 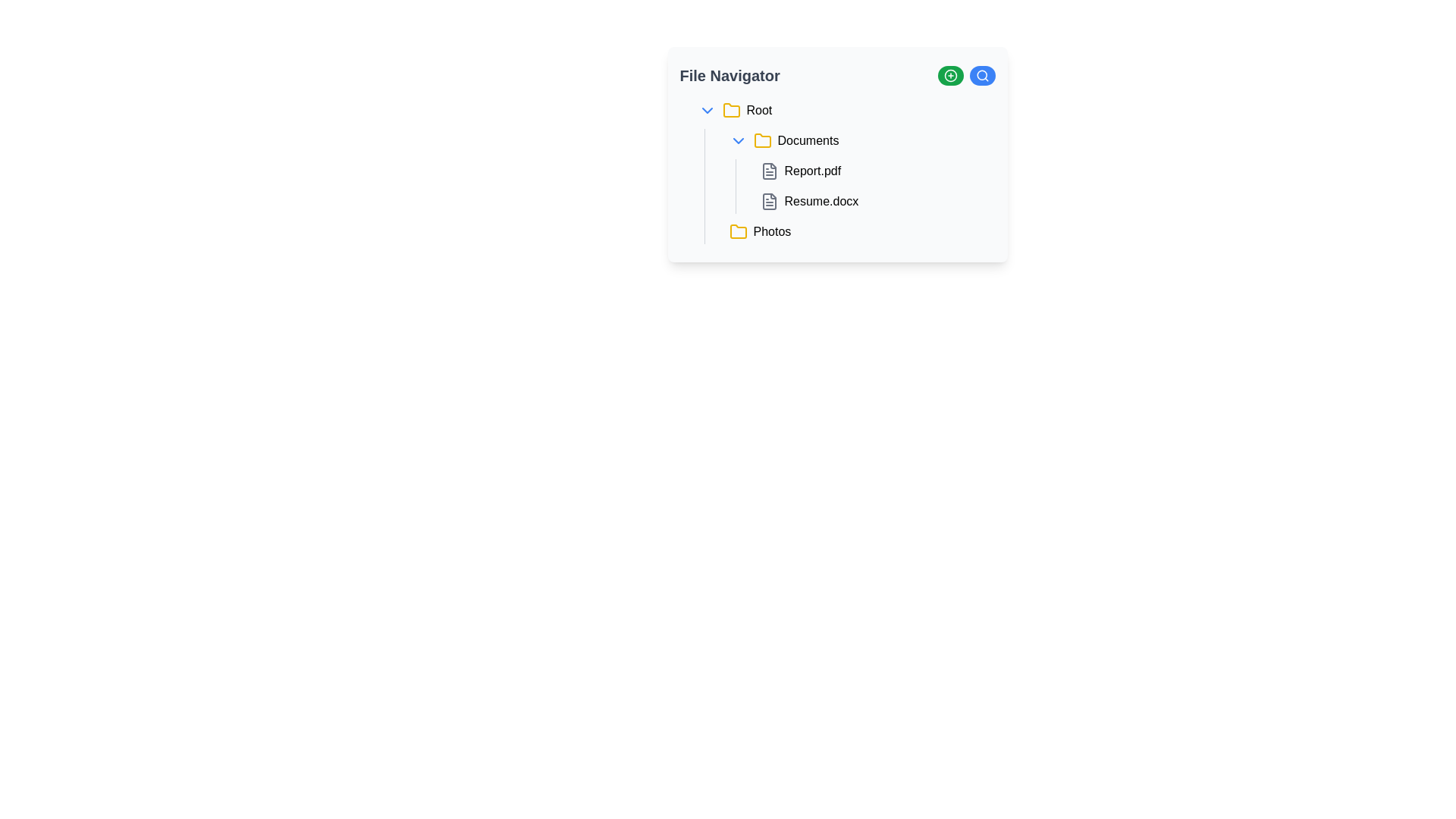 What do you see at coordinates (982, 76) in the screenshot?
I see `the magnifying glass icon button with a blue circular background in the top-right corner of the 'File Navigator' panel to initiate a search` at bounding box center [982, 76].